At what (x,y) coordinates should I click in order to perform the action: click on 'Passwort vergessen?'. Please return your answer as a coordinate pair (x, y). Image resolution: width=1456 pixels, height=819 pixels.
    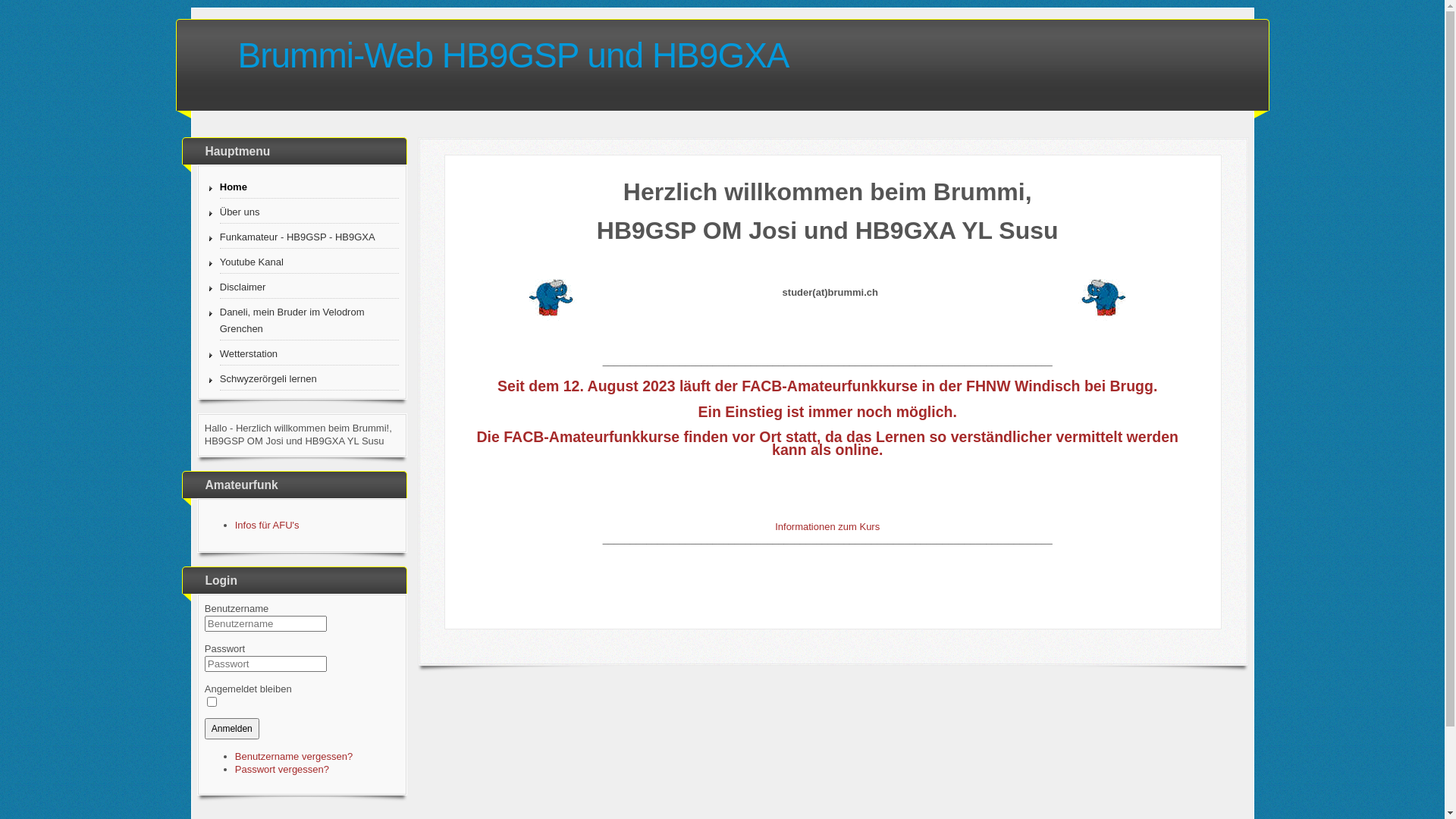
    Looking at the image, I should click on (282, 769).